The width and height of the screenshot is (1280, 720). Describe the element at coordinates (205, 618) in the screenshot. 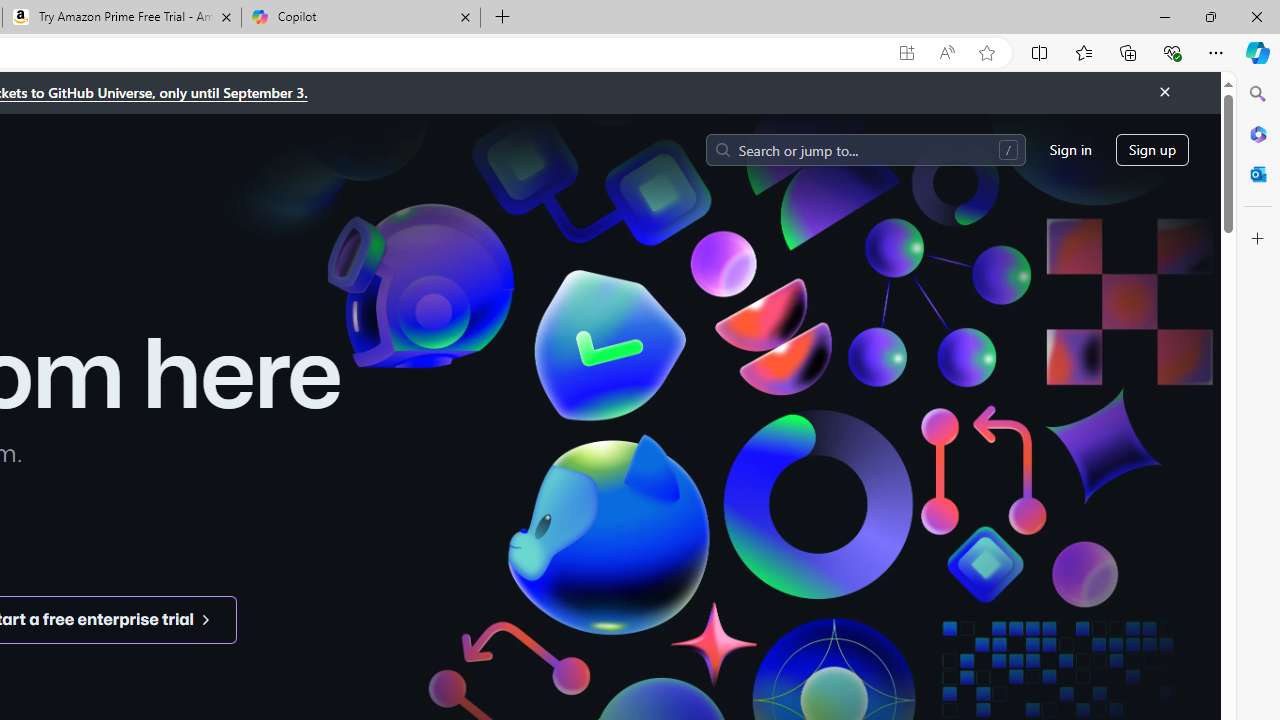

I see `'Class: octicon arrow-symbol-mktg'` at that location.